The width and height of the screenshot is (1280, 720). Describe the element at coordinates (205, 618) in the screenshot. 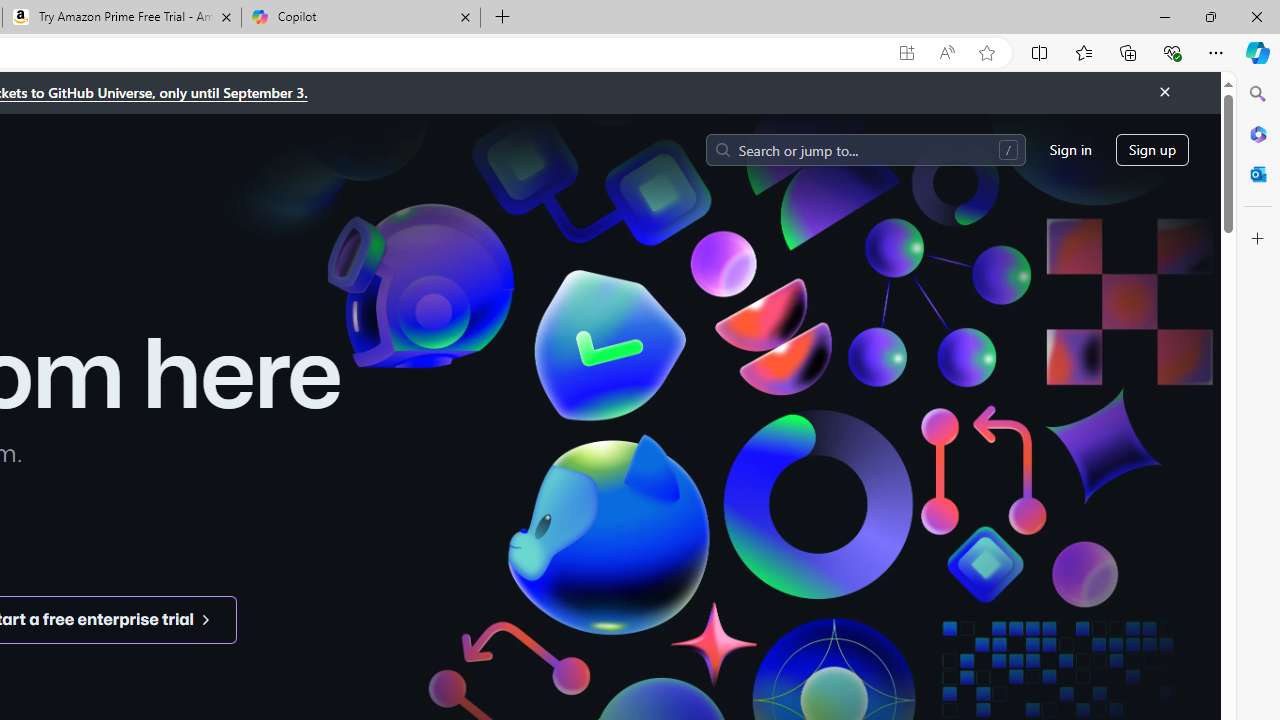

I see `'Class: octicon arrow-symbol-mktg'` at that location.